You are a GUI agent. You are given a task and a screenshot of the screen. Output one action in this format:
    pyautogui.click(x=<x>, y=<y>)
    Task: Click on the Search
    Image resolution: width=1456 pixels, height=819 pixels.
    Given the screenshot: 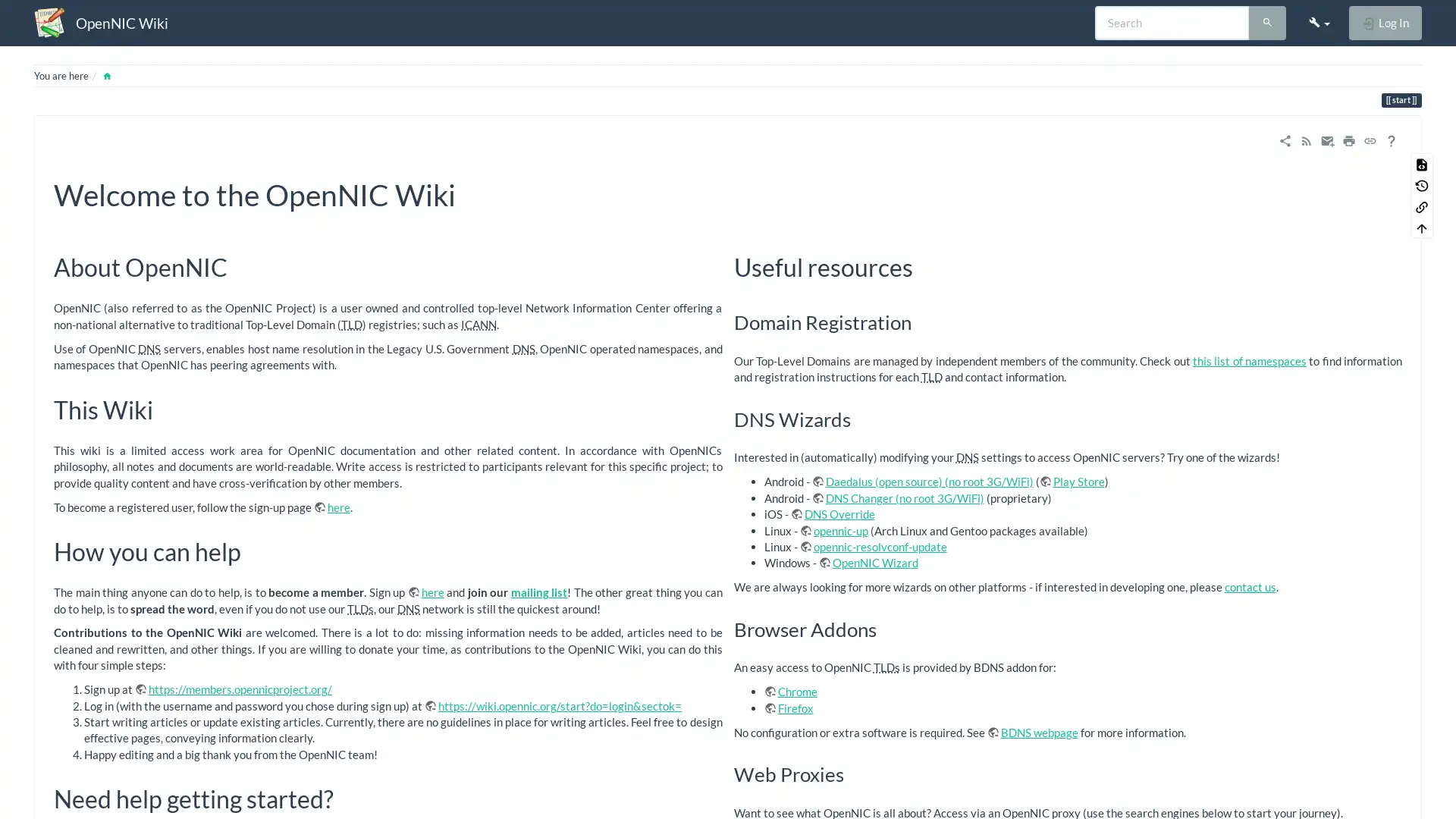 What is the action you would take?
    pyautogui.click(x=1266, y=22)
    